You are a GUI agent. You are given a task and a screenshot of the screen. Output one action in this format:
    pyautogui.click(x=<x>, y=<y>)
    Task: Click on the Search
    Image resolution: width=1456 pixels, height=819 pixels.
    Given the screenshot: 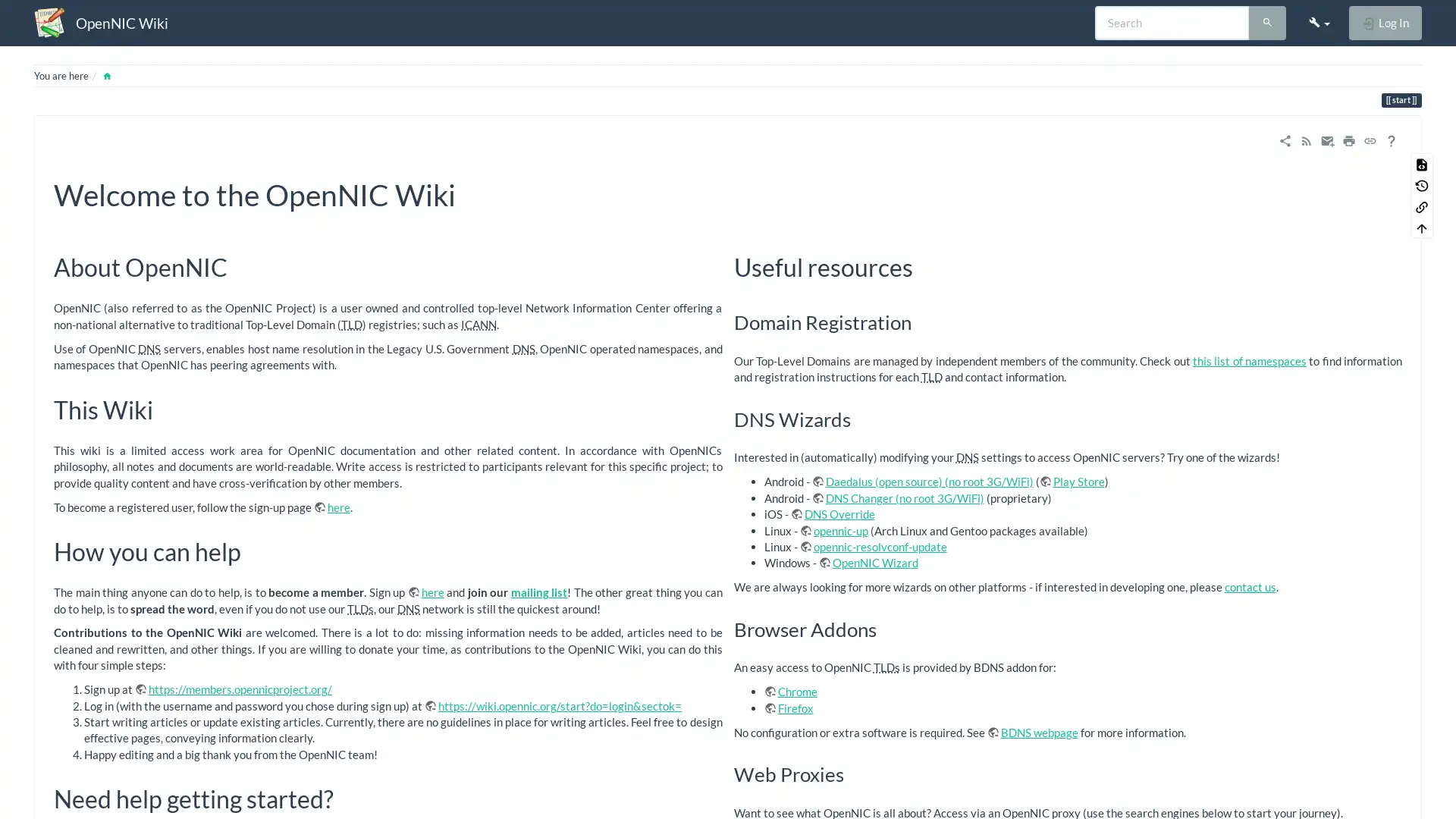 What is the action you would take?
    pyautogui.click(x=1266, y=22)
    